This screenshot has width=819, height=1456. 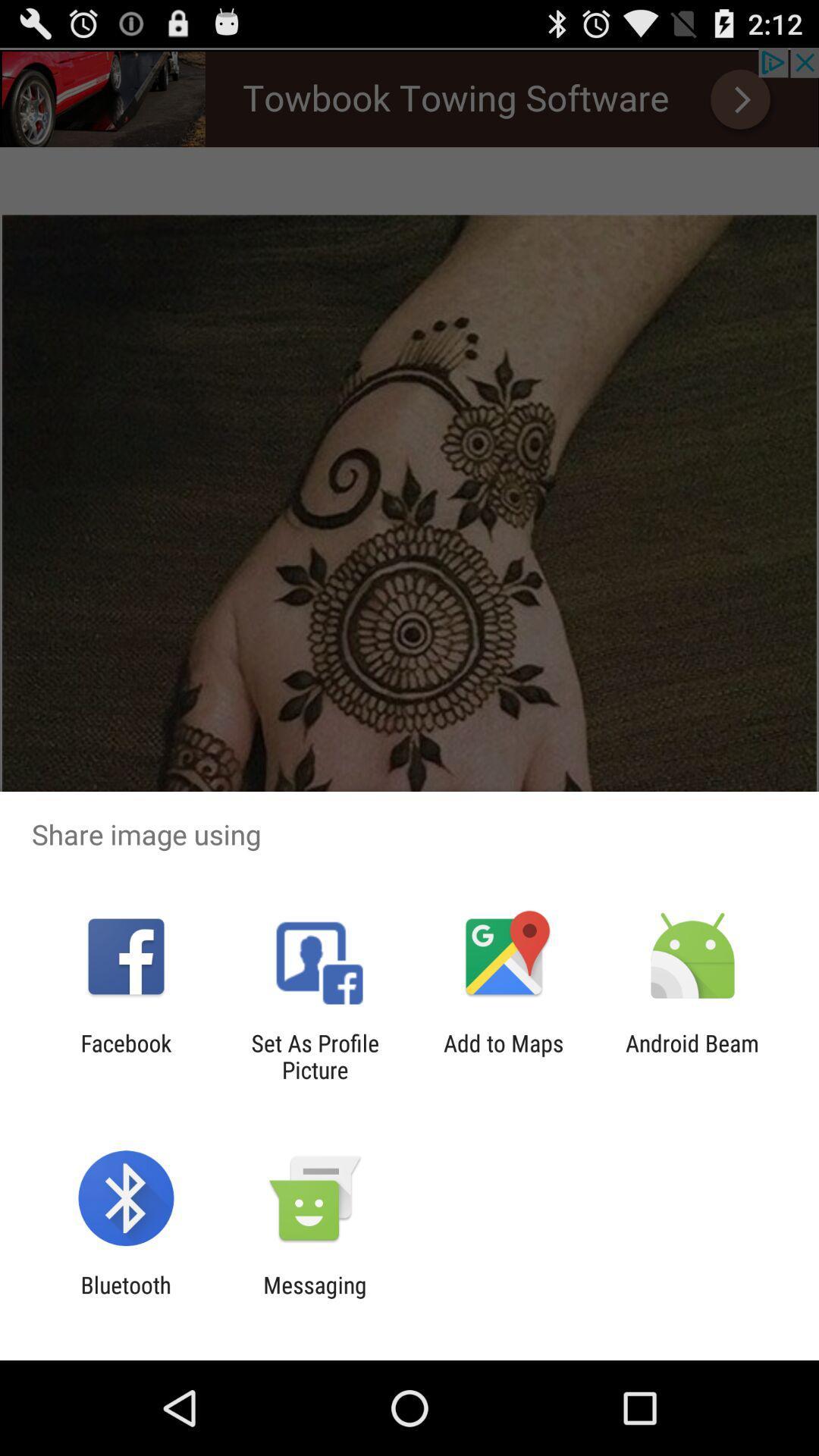 I want to click on the set as profile, so click(x=314, y=1056).